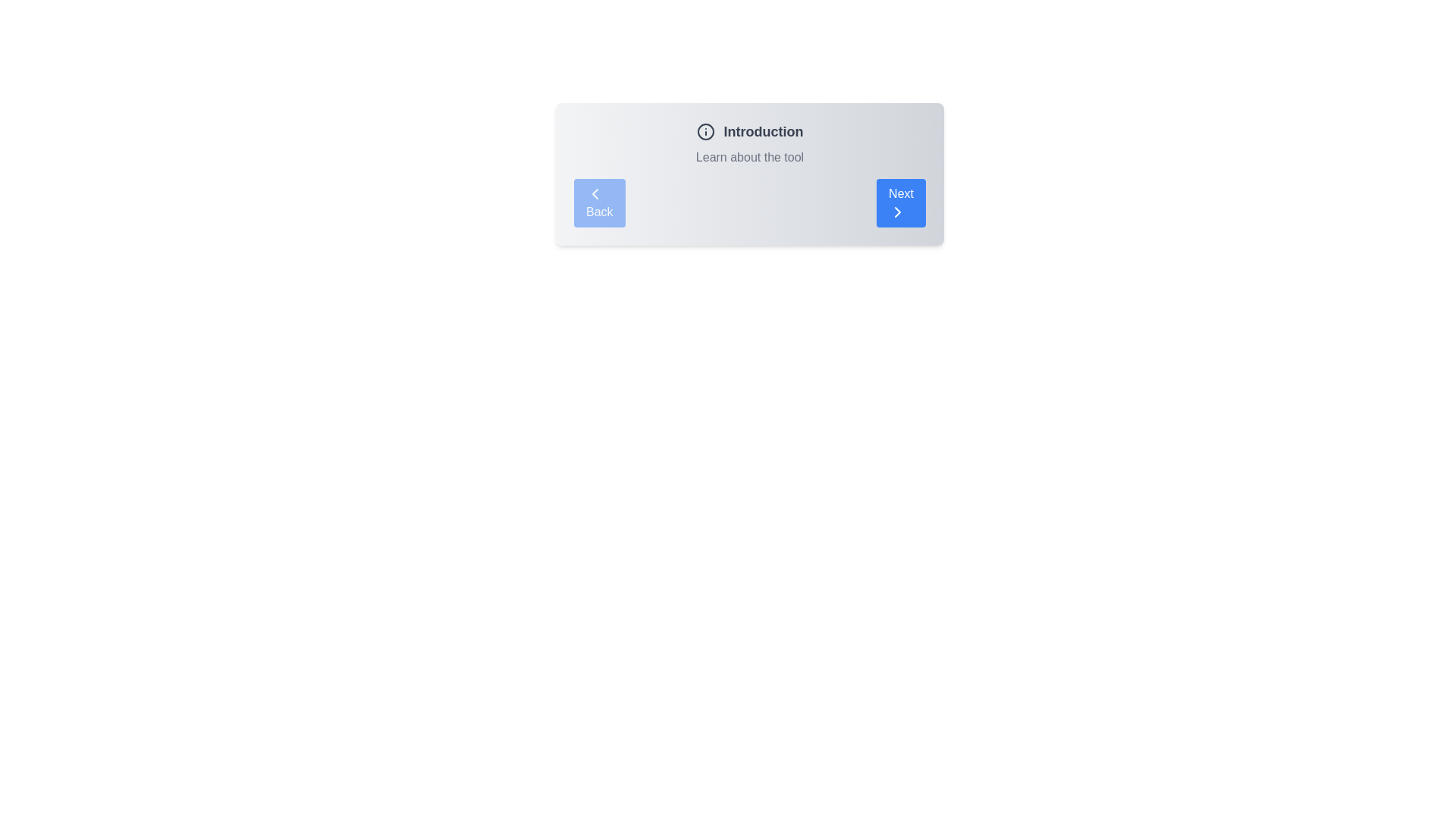  I want to click on the Descriptive Header displaying the title 'Introduction' and the text 'Learn about the tool' by moving the cursor to its center, so click(749, 143).